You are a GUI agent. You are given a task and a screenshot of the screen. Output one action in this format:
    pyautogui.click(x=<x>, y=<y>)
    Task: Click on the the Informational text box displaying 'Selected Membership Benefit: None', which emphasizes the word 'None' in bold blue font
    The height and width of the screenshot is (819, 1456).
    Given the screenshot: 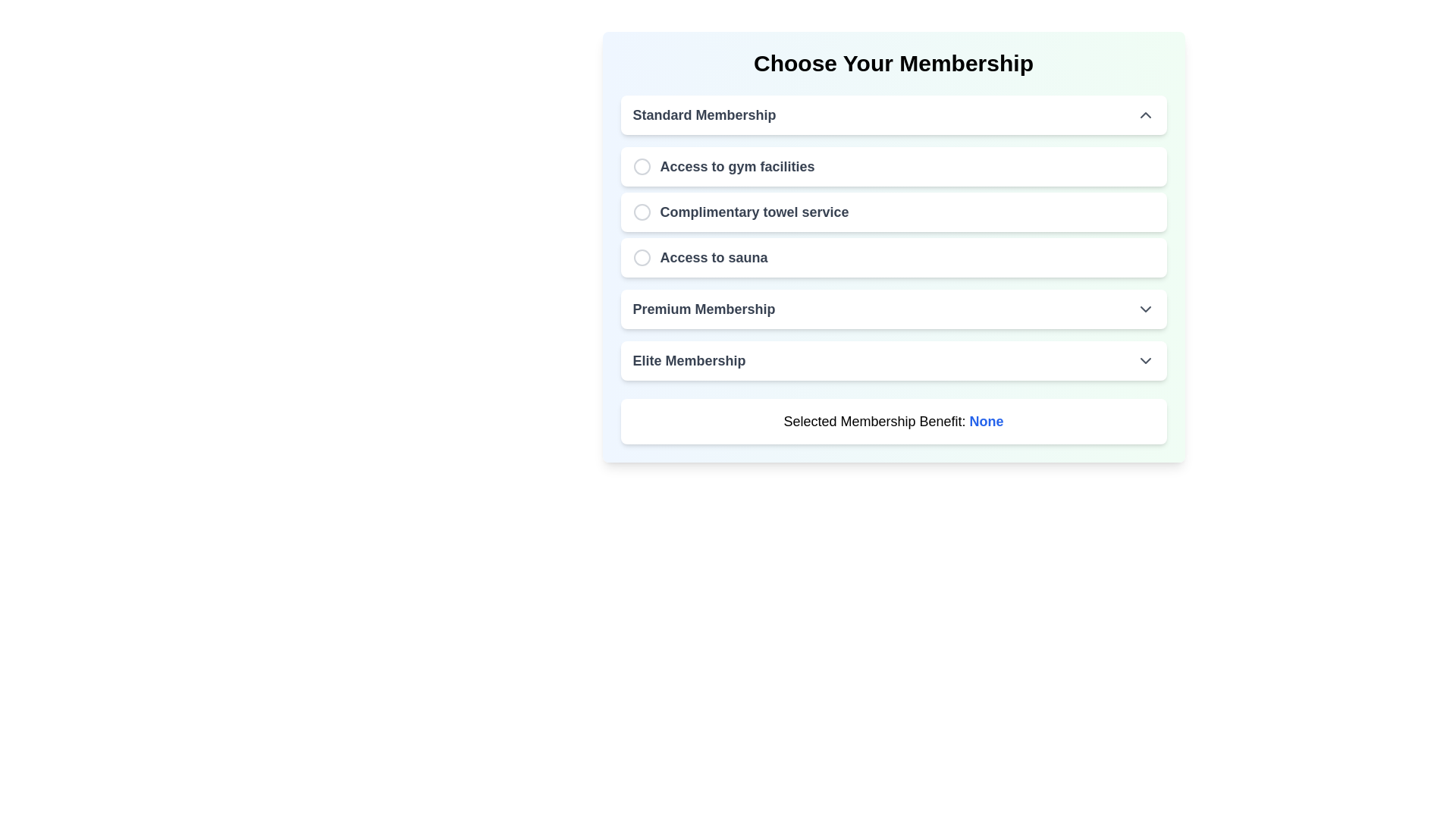 What is the action you would take?
    pyautogui.click(x=893, y=421)
    